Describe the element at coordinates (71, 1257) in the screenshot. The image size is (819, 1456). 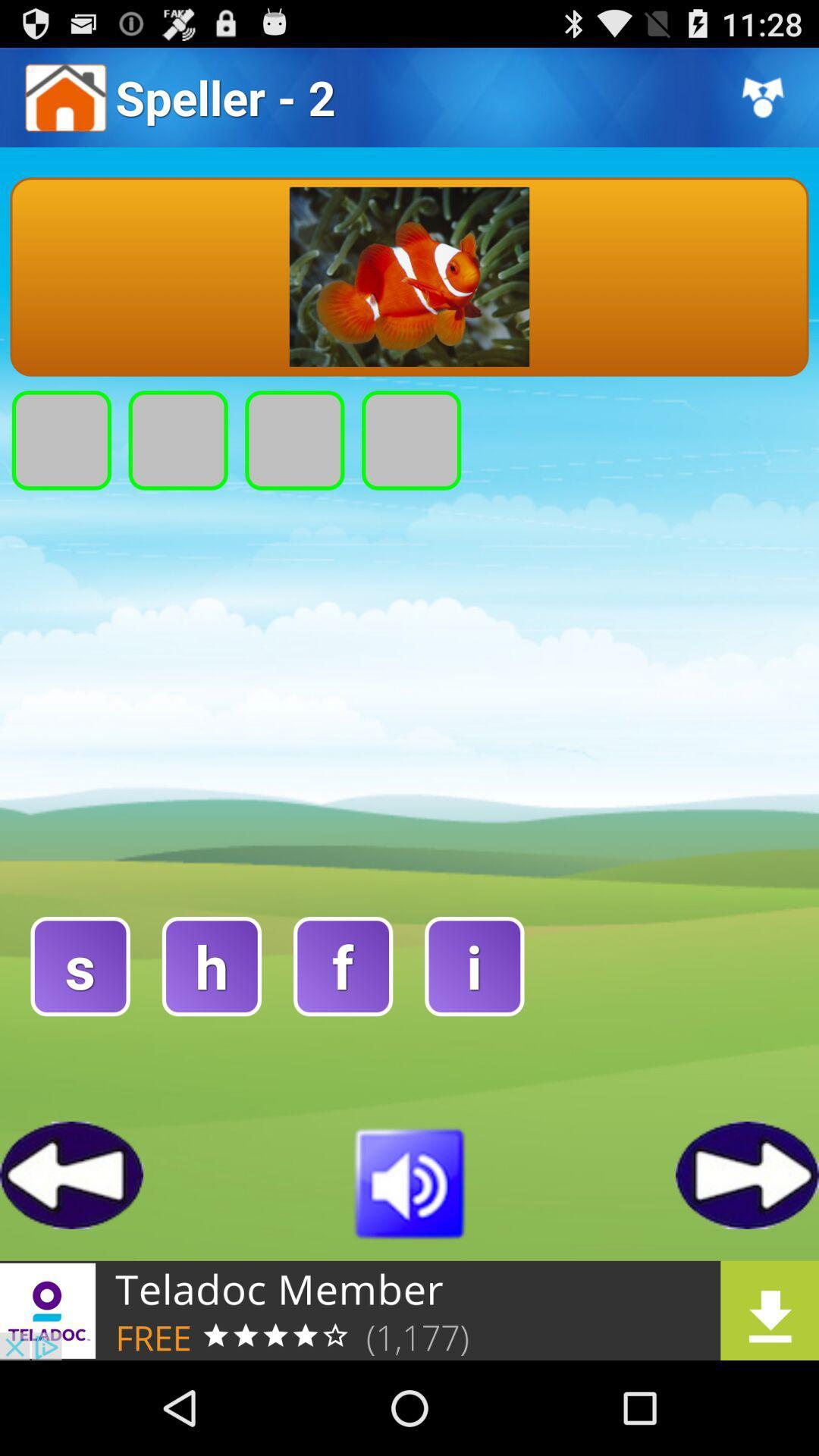
I see `the arrow_backward icon` at that location.